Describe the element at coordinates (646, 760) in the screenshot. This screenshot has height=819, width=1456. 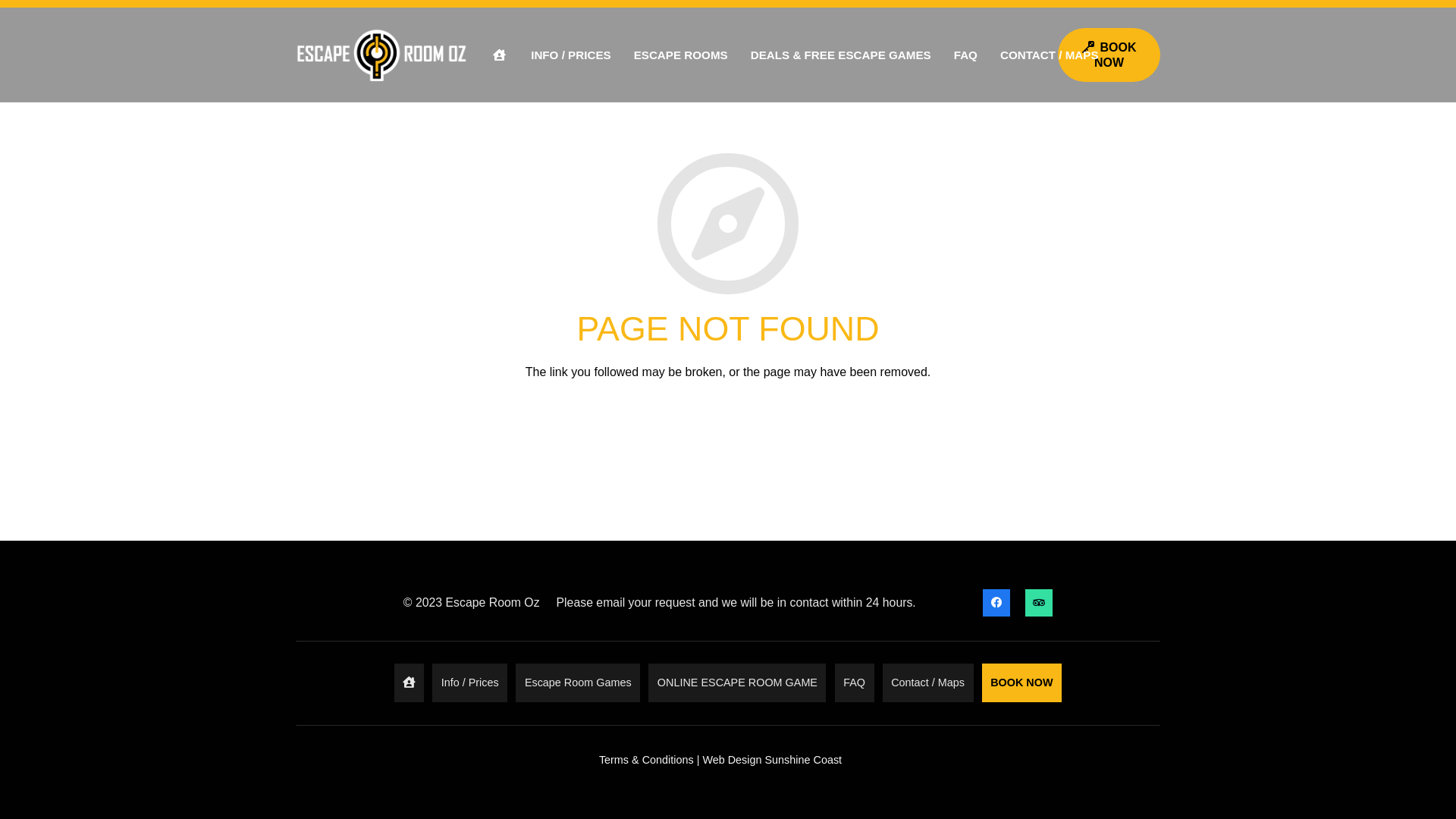
I see `'Terms & Conditions'` at that location.